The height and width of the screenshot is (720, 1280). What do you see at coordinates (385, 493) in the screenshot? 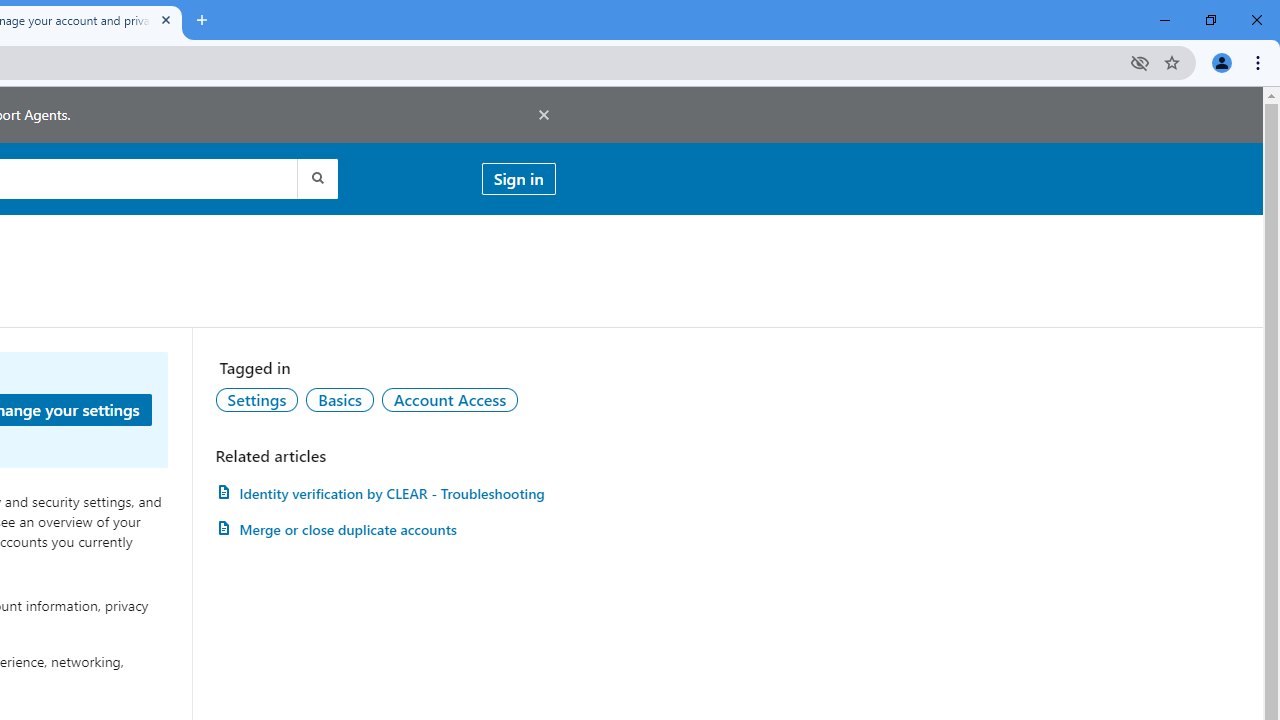
I see `'AutomationID: article-link-a1457505'` at bounding box center [385, 493].